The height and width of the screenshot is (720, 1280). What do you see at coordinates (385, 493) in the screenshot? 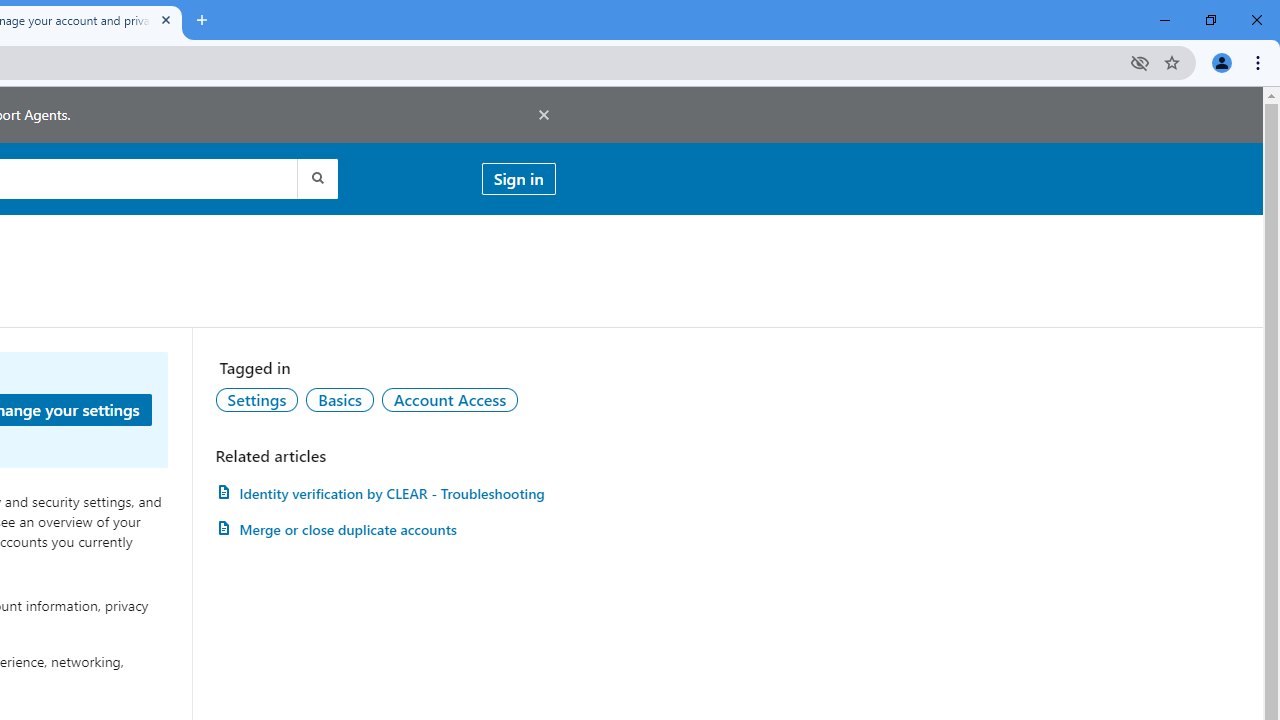
I see `'AutomationID: article-link-a1457505'` at bounding box center [385, 493].